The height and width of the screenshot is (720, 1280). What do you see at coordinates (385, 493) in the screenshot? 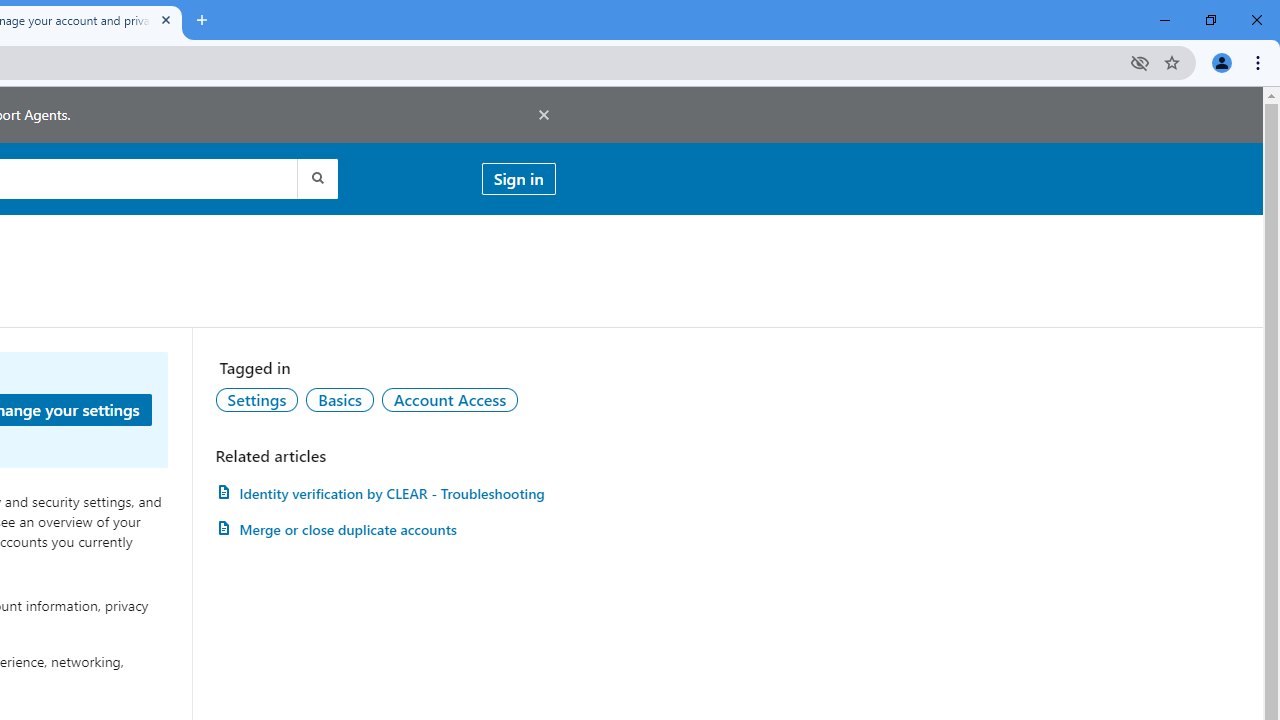
I see `'AutomationID: article-link-a1457505'` at bounding box center [385, 493].